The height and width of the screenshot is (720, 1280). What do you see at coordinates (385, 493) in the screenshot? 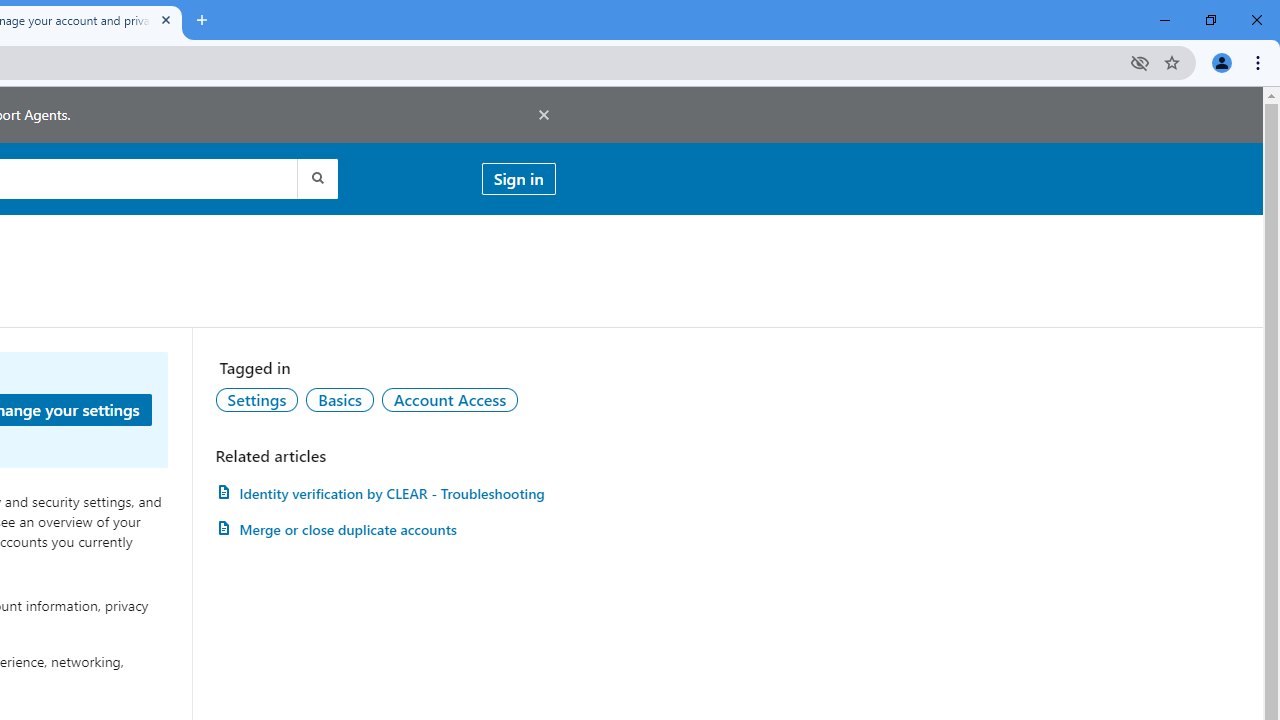
I see `'AutomationID: article-link-a1457505'` at bounding box center [385, 493].